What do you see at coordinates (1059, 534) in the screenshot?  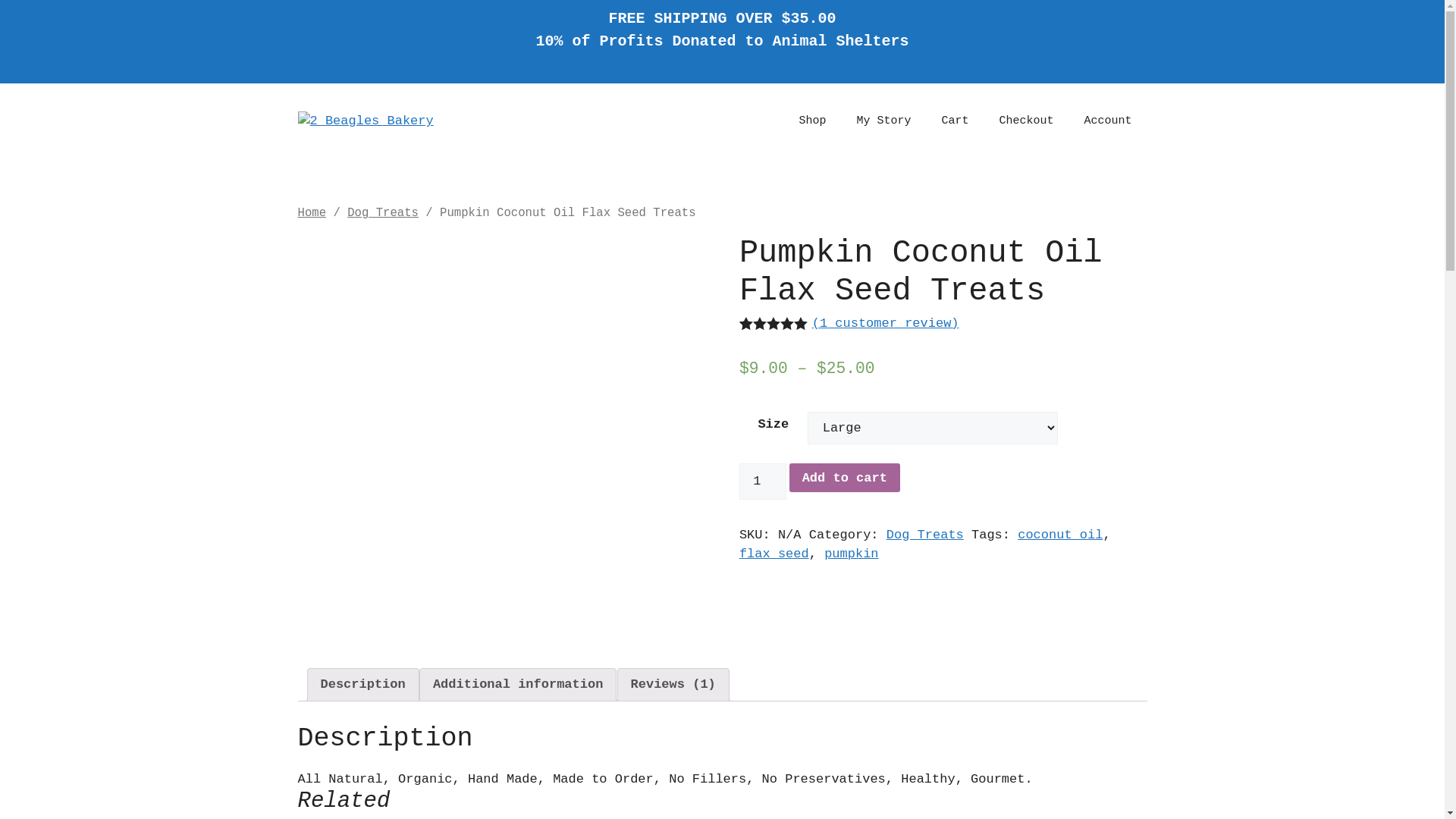 I see `'coconut oil'` at bounding box center [1059, 534].